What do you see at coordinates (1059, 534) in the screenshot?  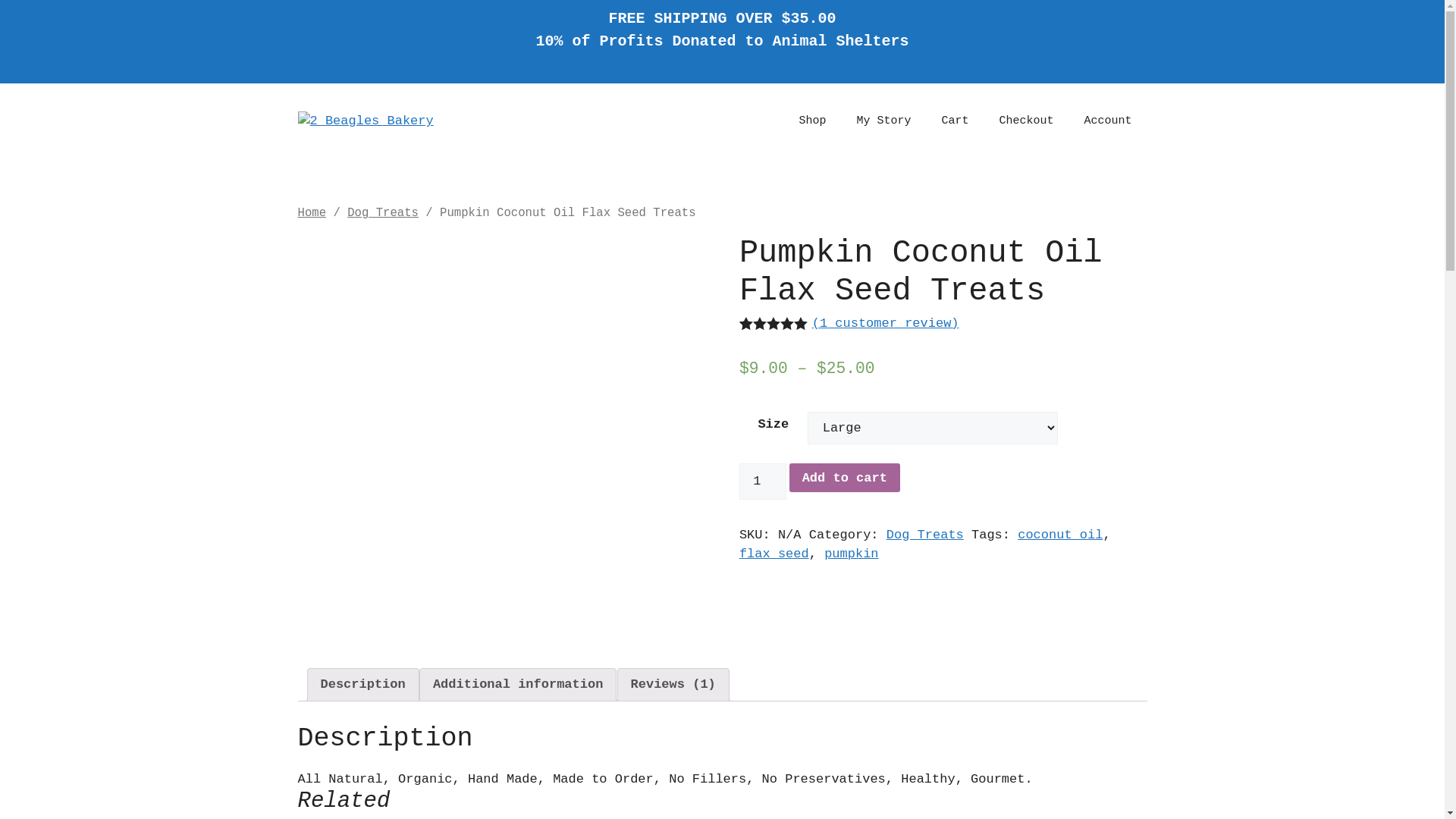 I see `'coconut oil'` at bounding box center [1059, 534].